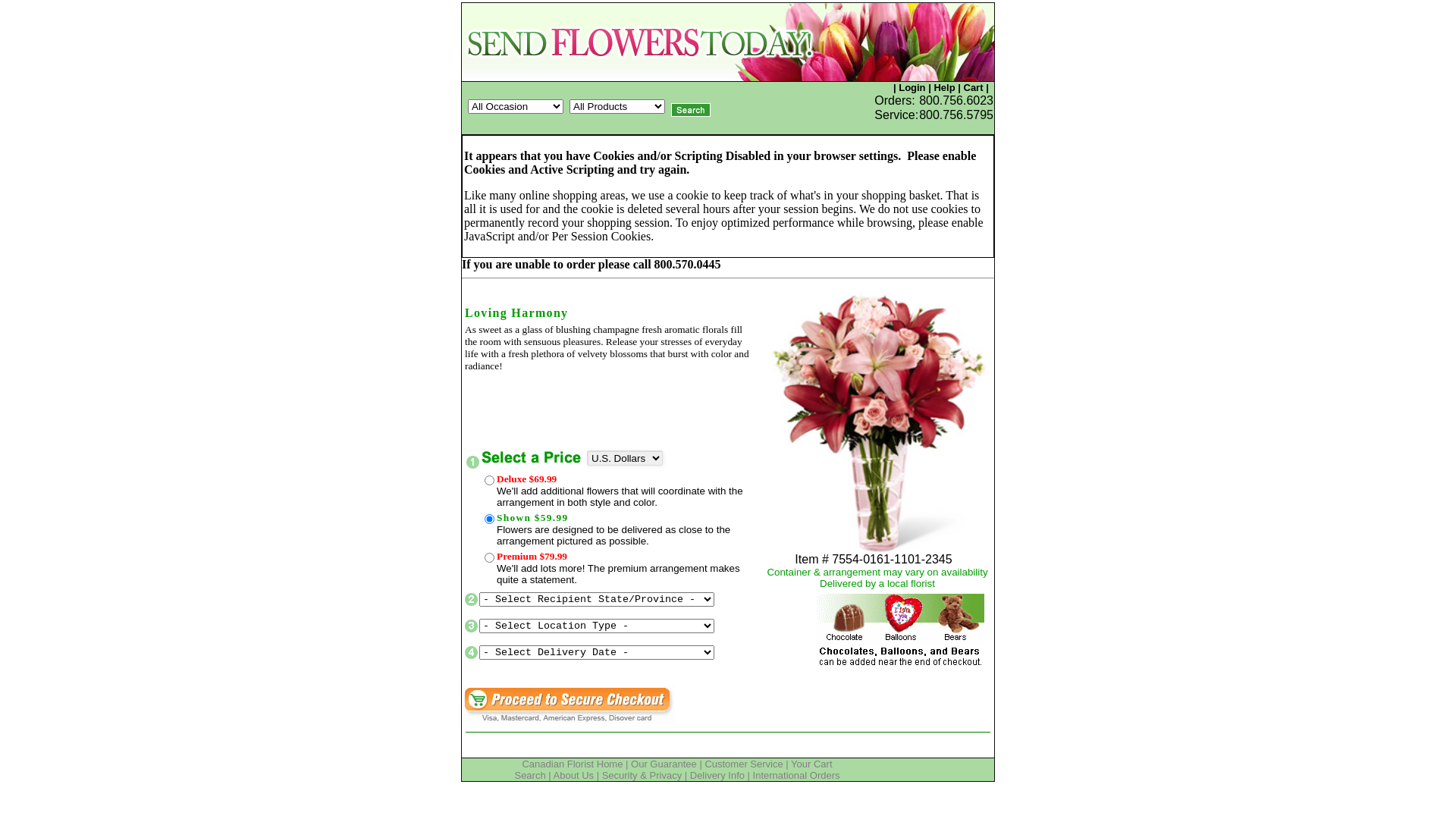 This screenshot has width=1456, height=819. I want to click on 'Delivery Info', so click(716, 775).